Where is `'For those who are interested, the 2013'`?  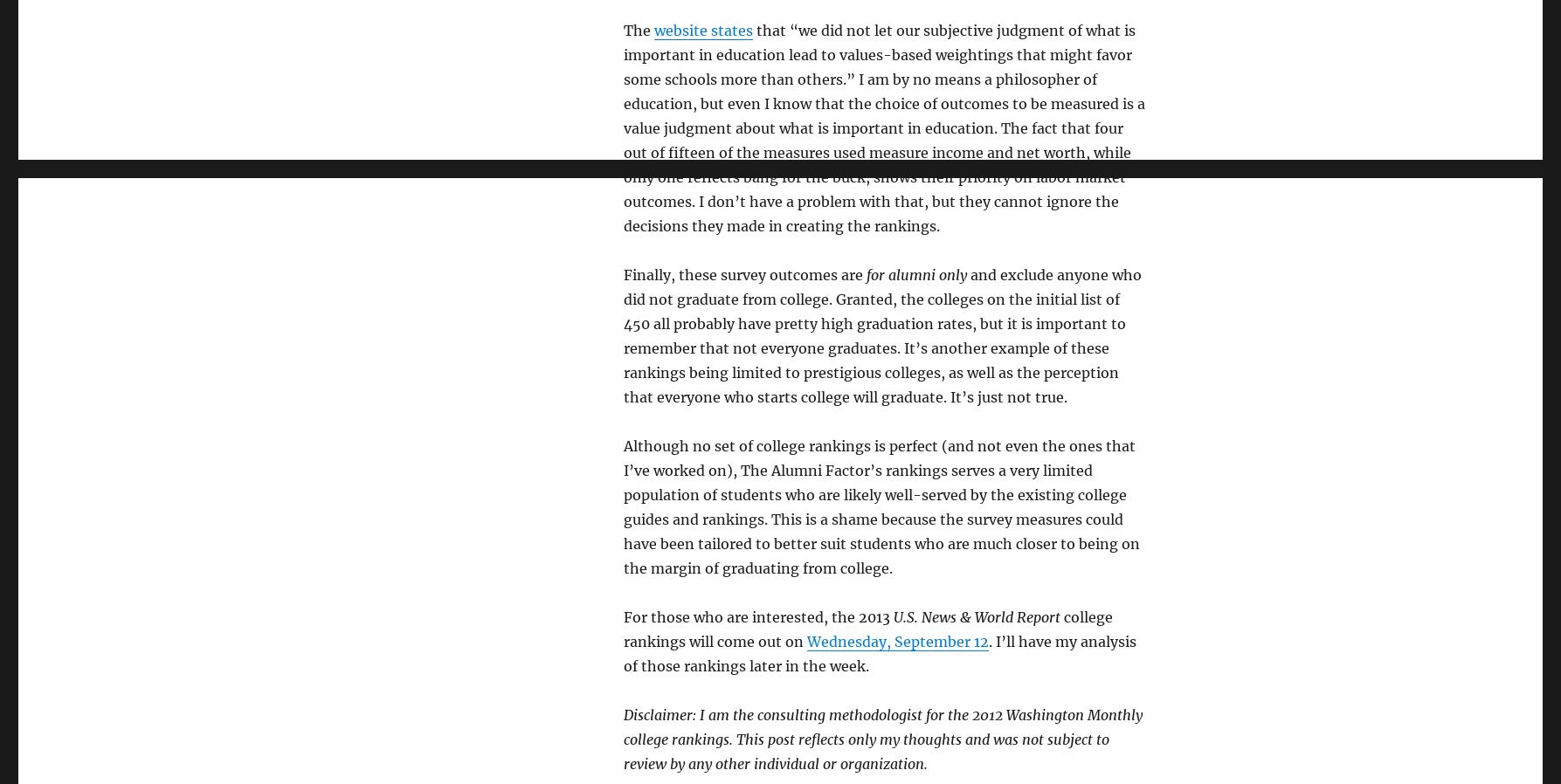
'For those who are interested, the 2013' is located at coordinates (622, 616).